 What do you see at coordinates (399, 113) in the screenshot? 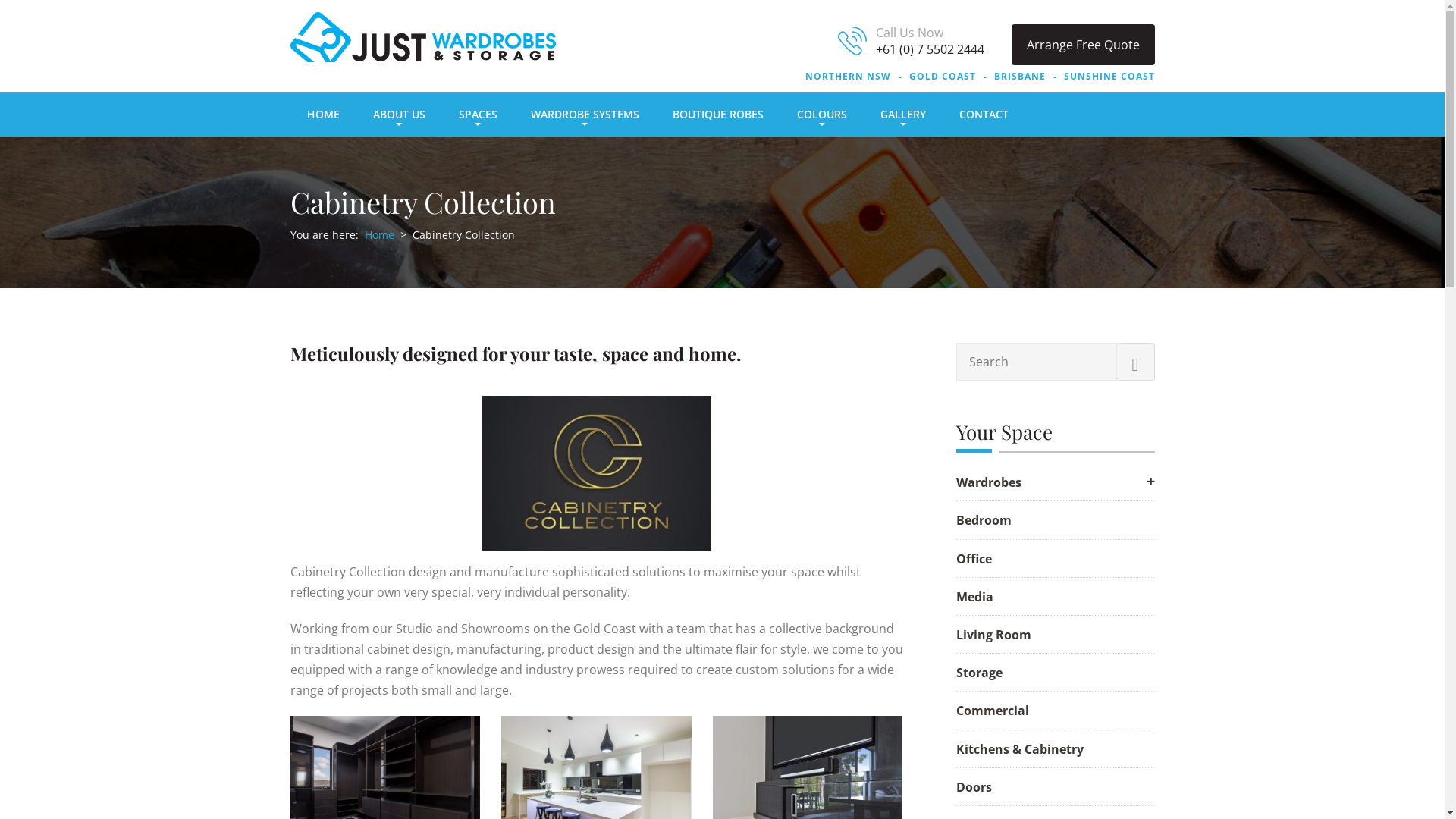
I see `'ABOUT US'` at bounding box center [399, 113].